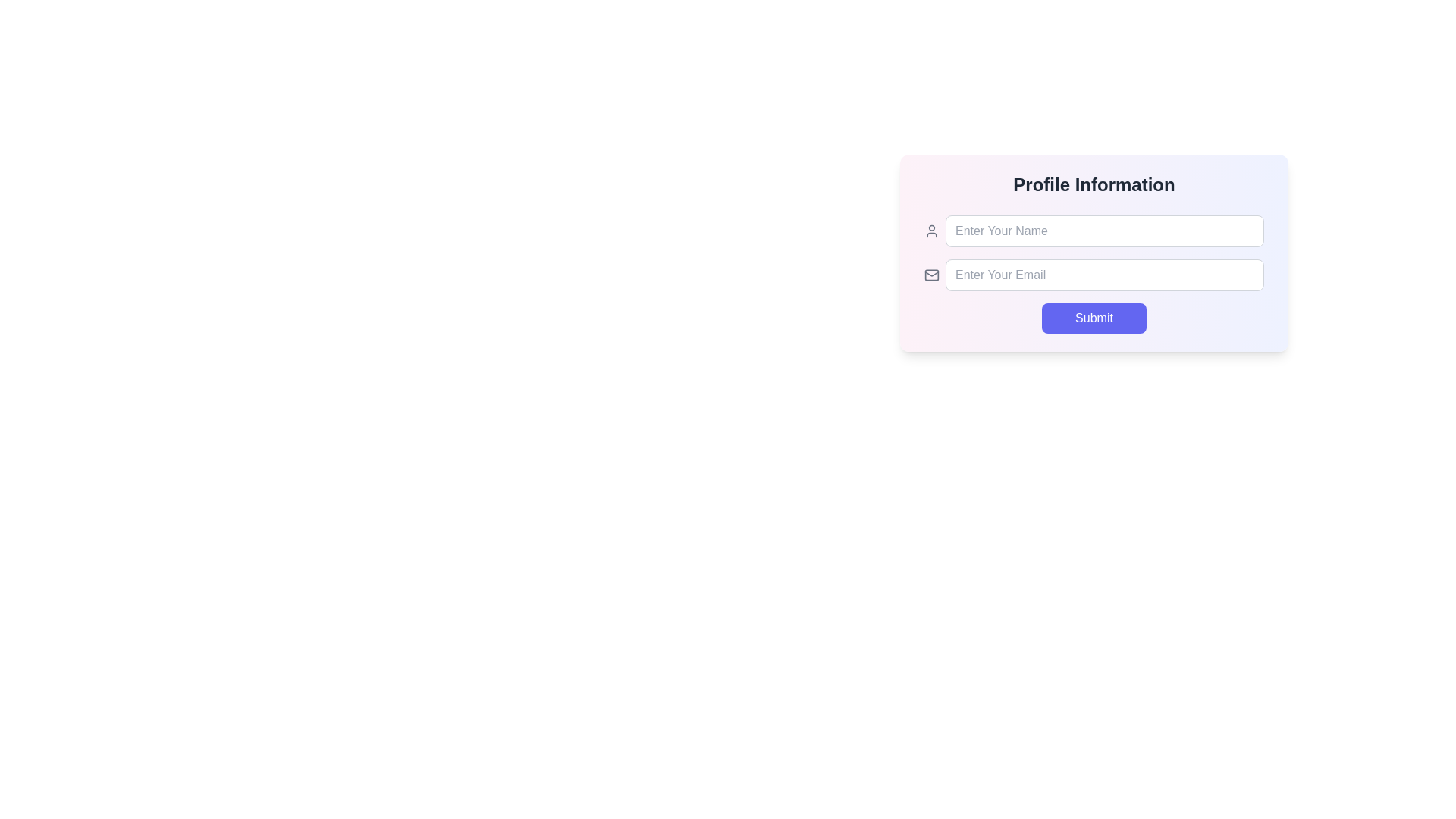  Describe the element at coordinates (930, 275) in the screenshot. I see `the decorative icon located to the left of the email input field, which serves as an indicator for the email input purpose` at that location.